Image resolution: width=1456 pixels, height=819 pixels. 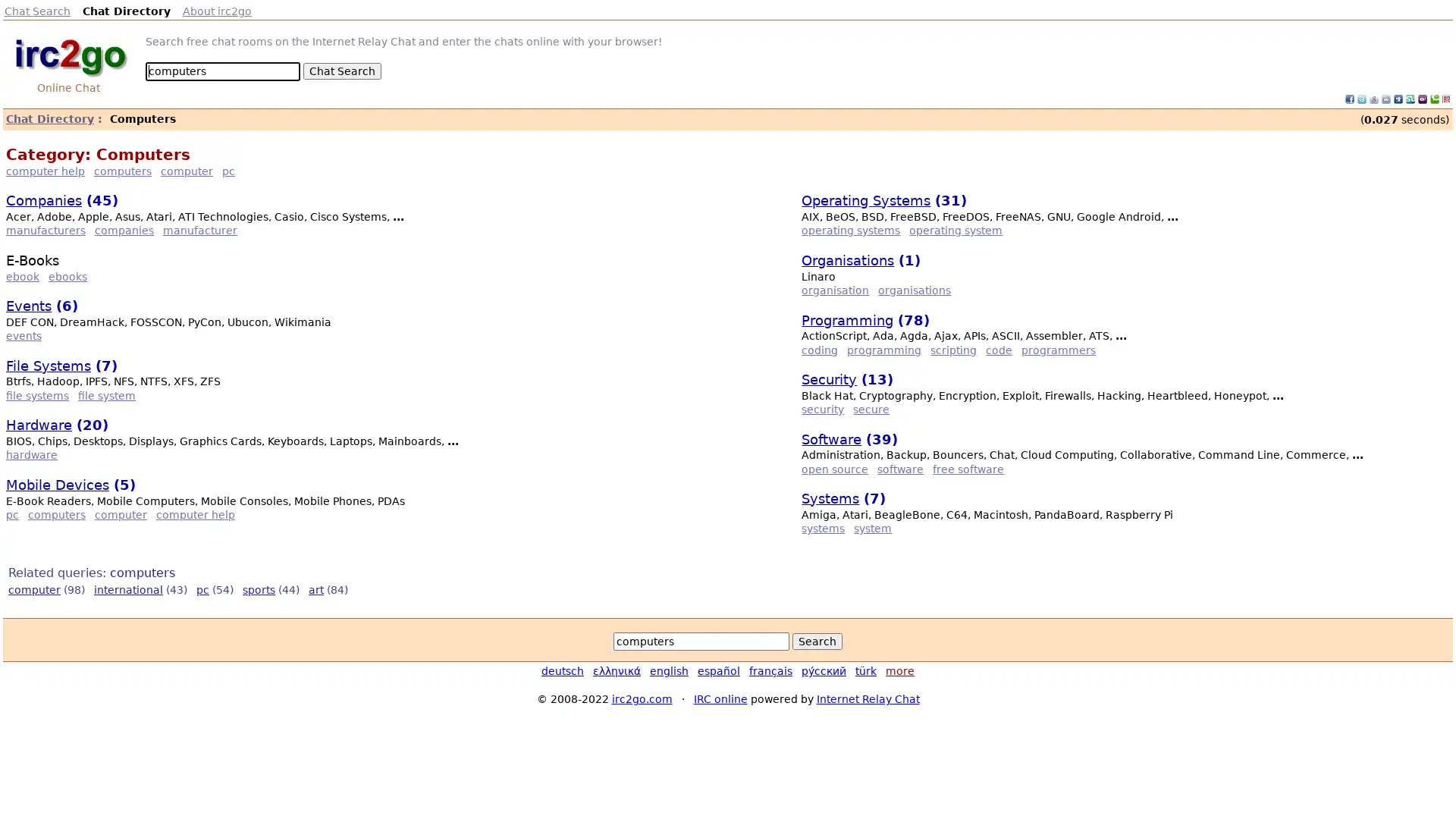 I want to click on Chat Search, so click(x=341, y=71).